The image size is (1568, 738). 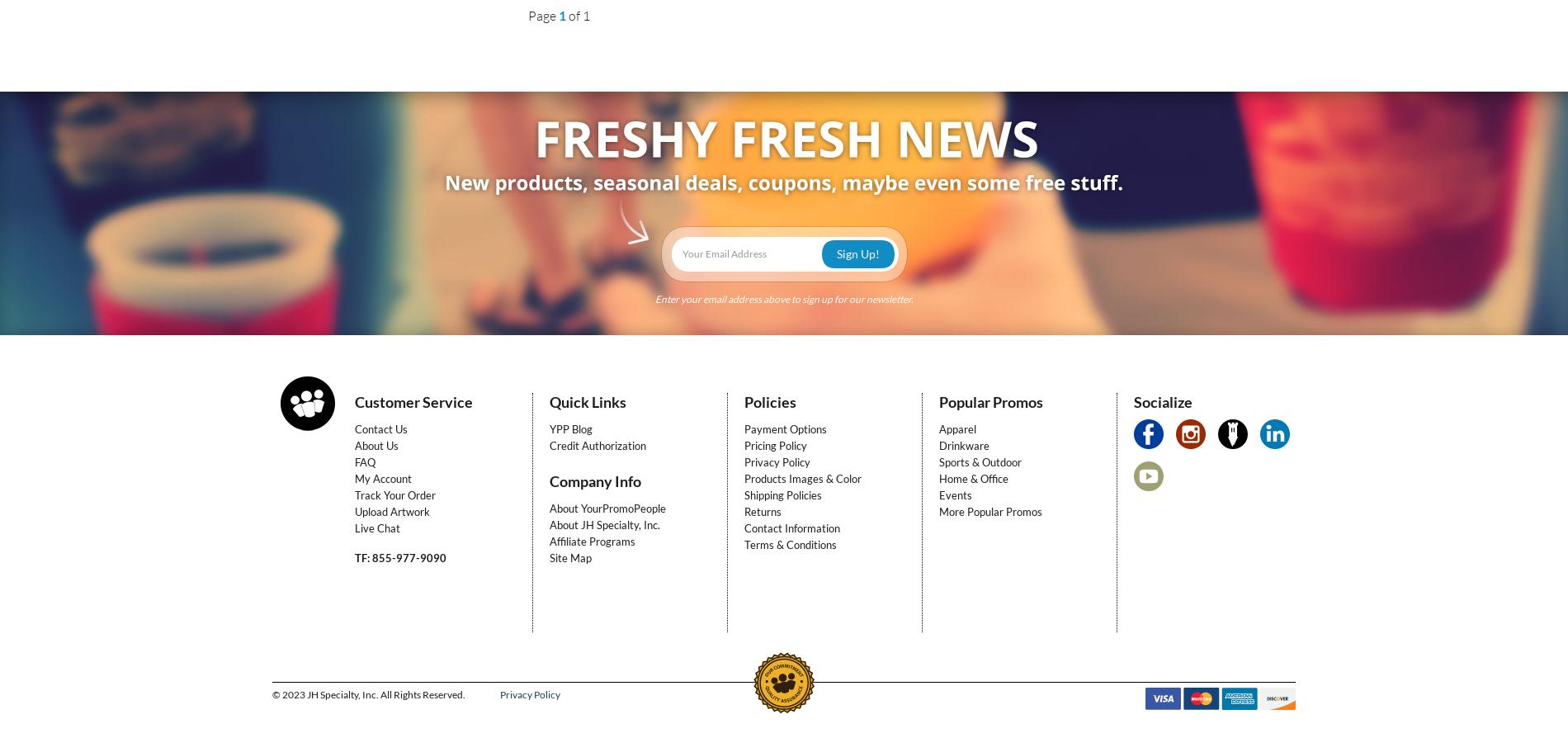 I want to click on 'Drinkware', so click(x=964, y=445).